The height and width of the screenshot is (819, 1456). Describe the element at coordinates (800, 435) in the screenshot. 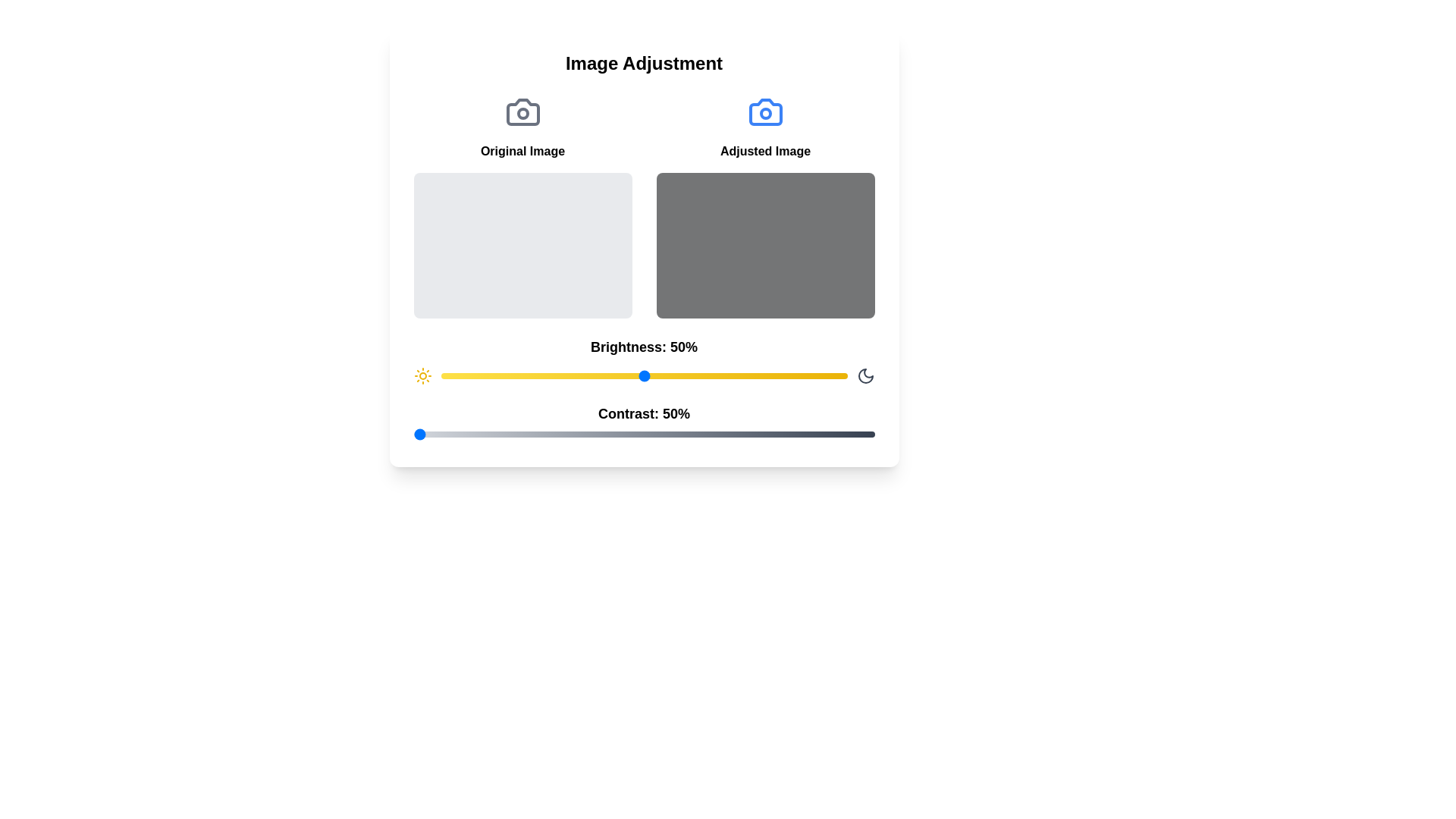

I see `the contrast` at that location.